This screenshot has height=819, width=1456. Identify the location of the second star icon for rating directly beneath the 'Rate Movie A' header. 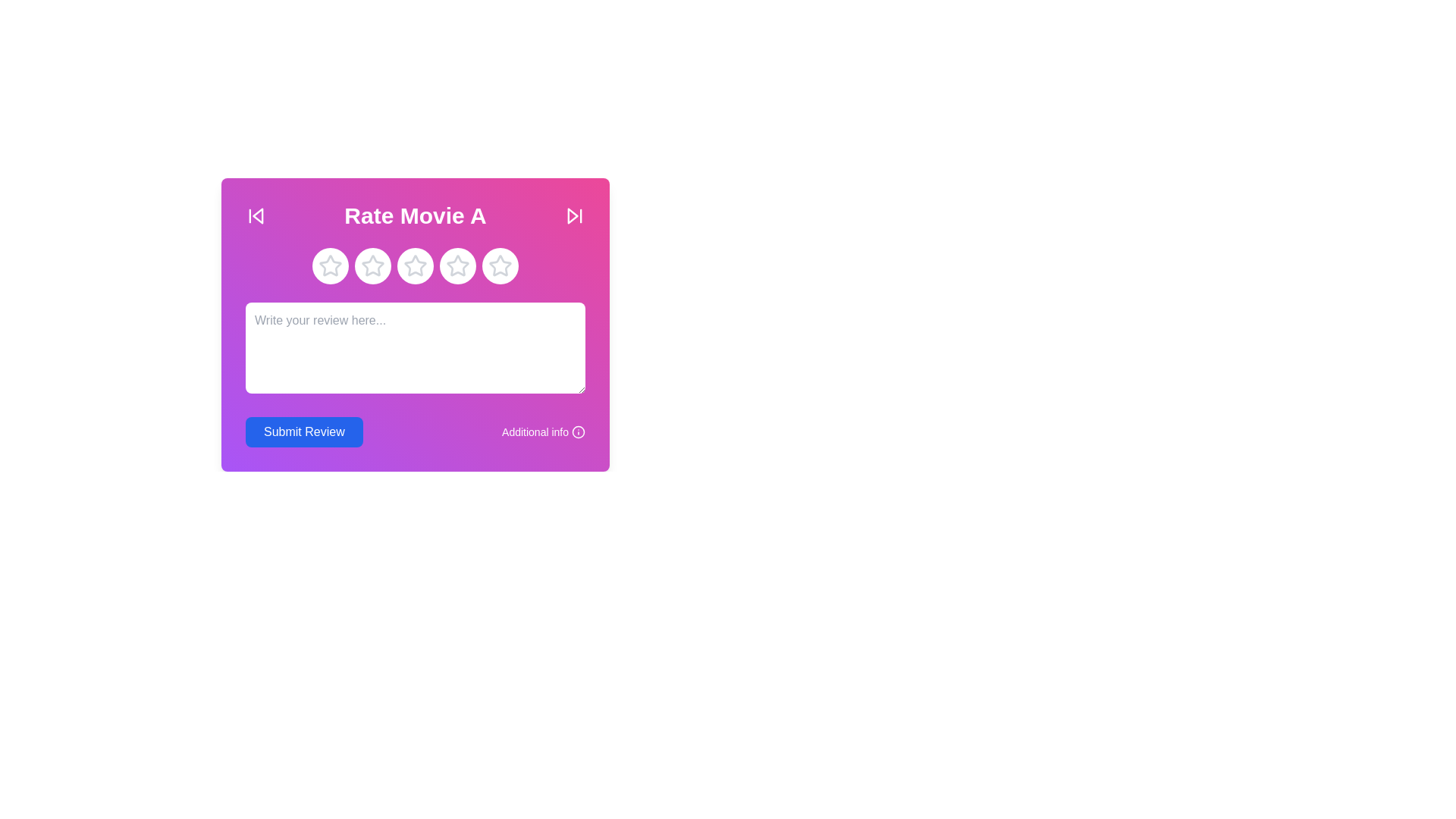
(372, 265).